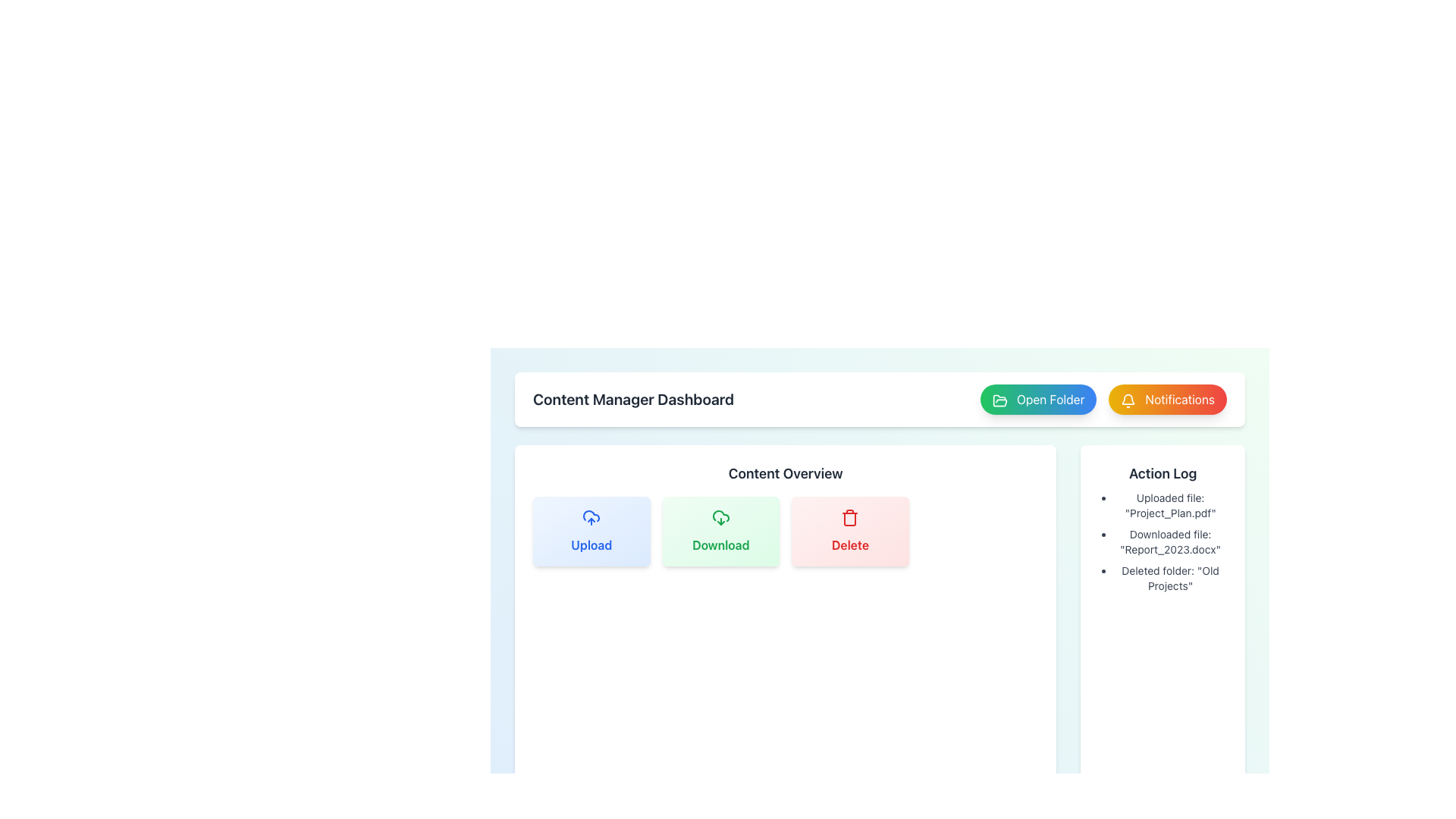  I want to click on the download icon, which is a cloud with a downward arrow, located at the center of the green 'Download' button in the 'Content Overview' section, so click(720, 516).